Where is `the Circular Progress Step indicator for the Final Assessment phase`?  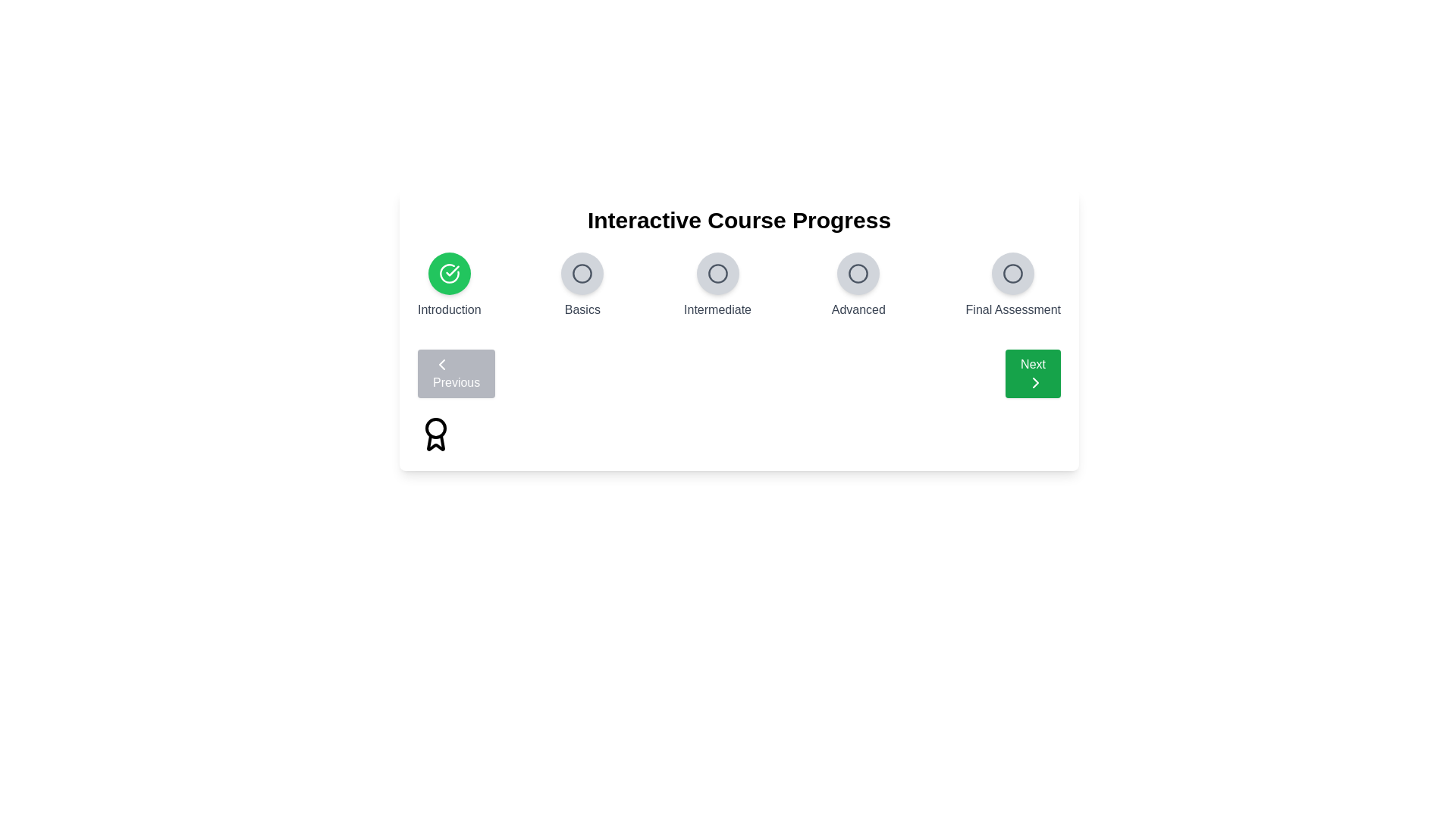 the Circular Progress Step indicator for the Final Assessment phase is located at coordinates (1012, 274).